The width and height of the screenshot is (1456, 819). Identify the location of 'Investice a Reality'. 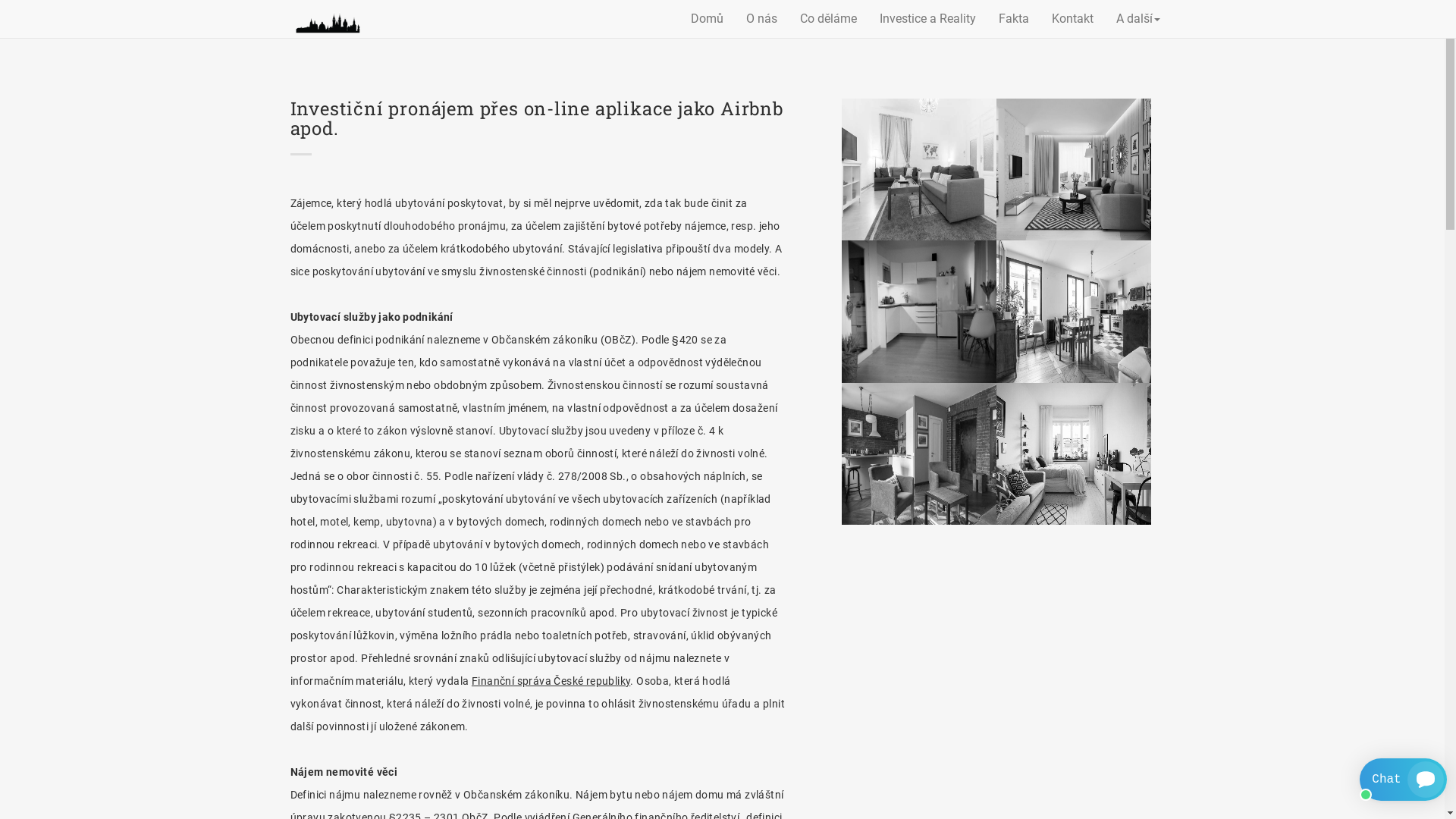
(868, 18).